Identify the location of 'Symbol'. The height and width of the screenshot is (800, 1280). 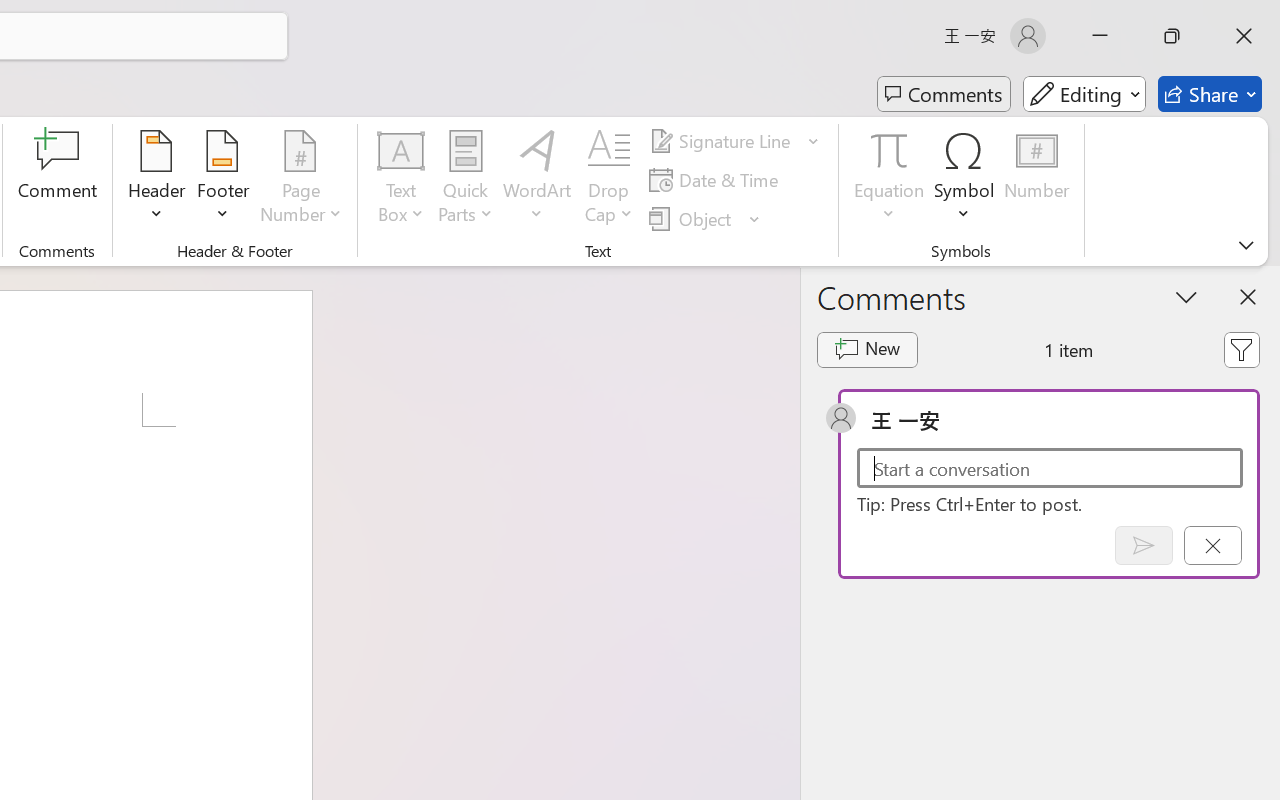
(964, 179).